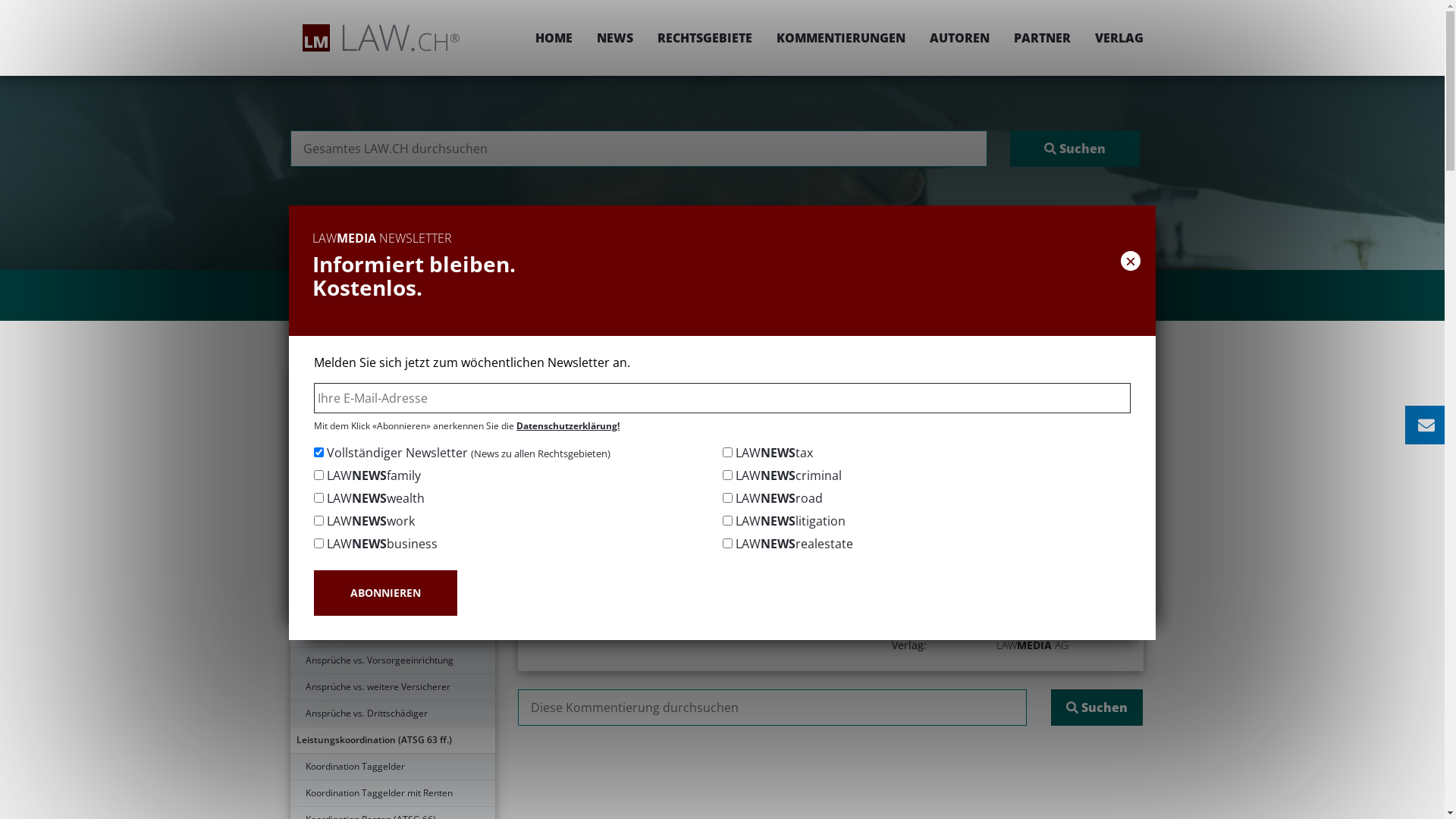 The image size is (1456, 819). I want to click on 'Koordination Taggelder mit Renten', so click(392, 792).